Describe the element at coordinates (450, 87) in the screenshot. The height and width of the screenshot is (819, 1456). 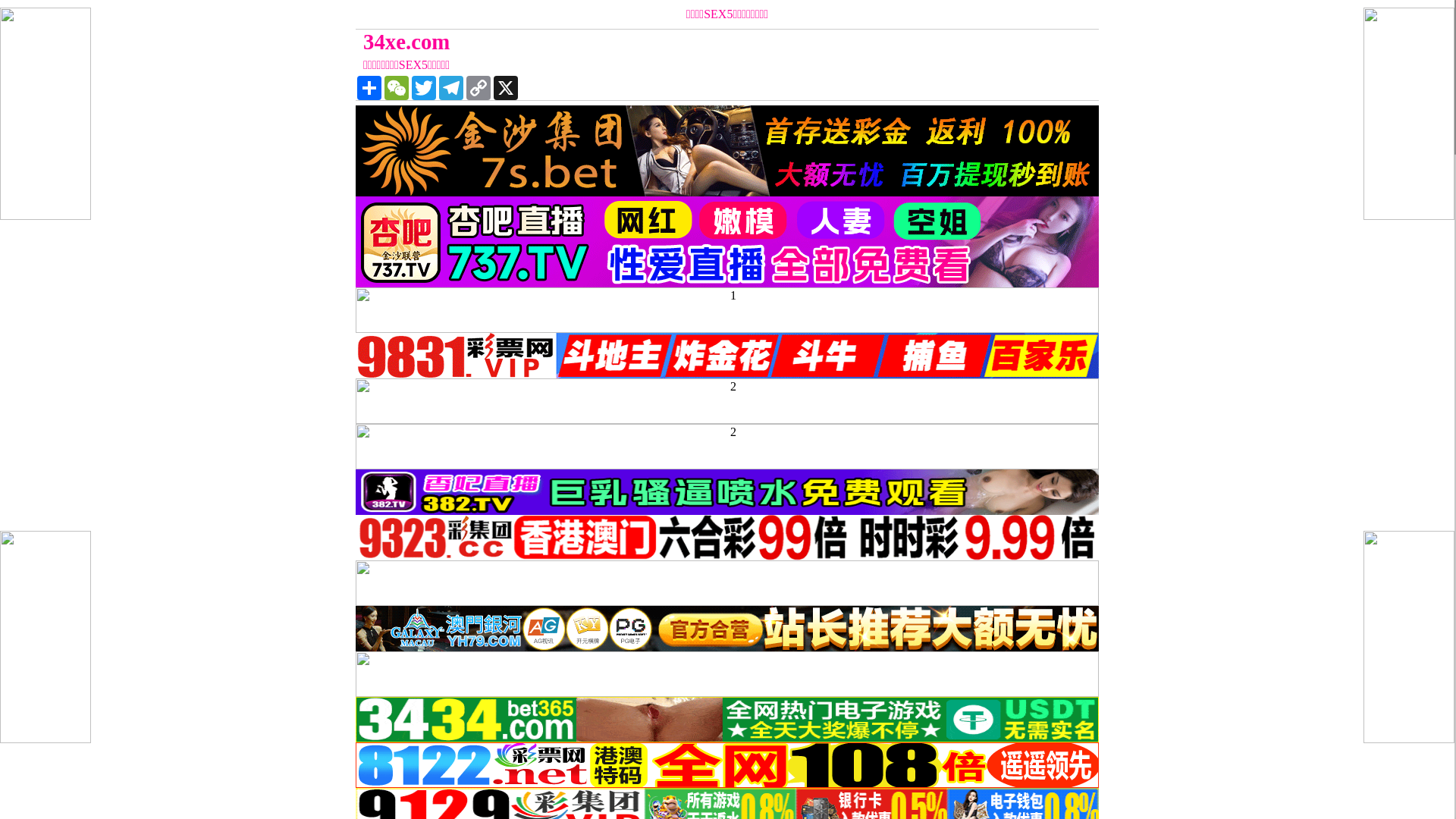
I see `'Telegram'` at that location.